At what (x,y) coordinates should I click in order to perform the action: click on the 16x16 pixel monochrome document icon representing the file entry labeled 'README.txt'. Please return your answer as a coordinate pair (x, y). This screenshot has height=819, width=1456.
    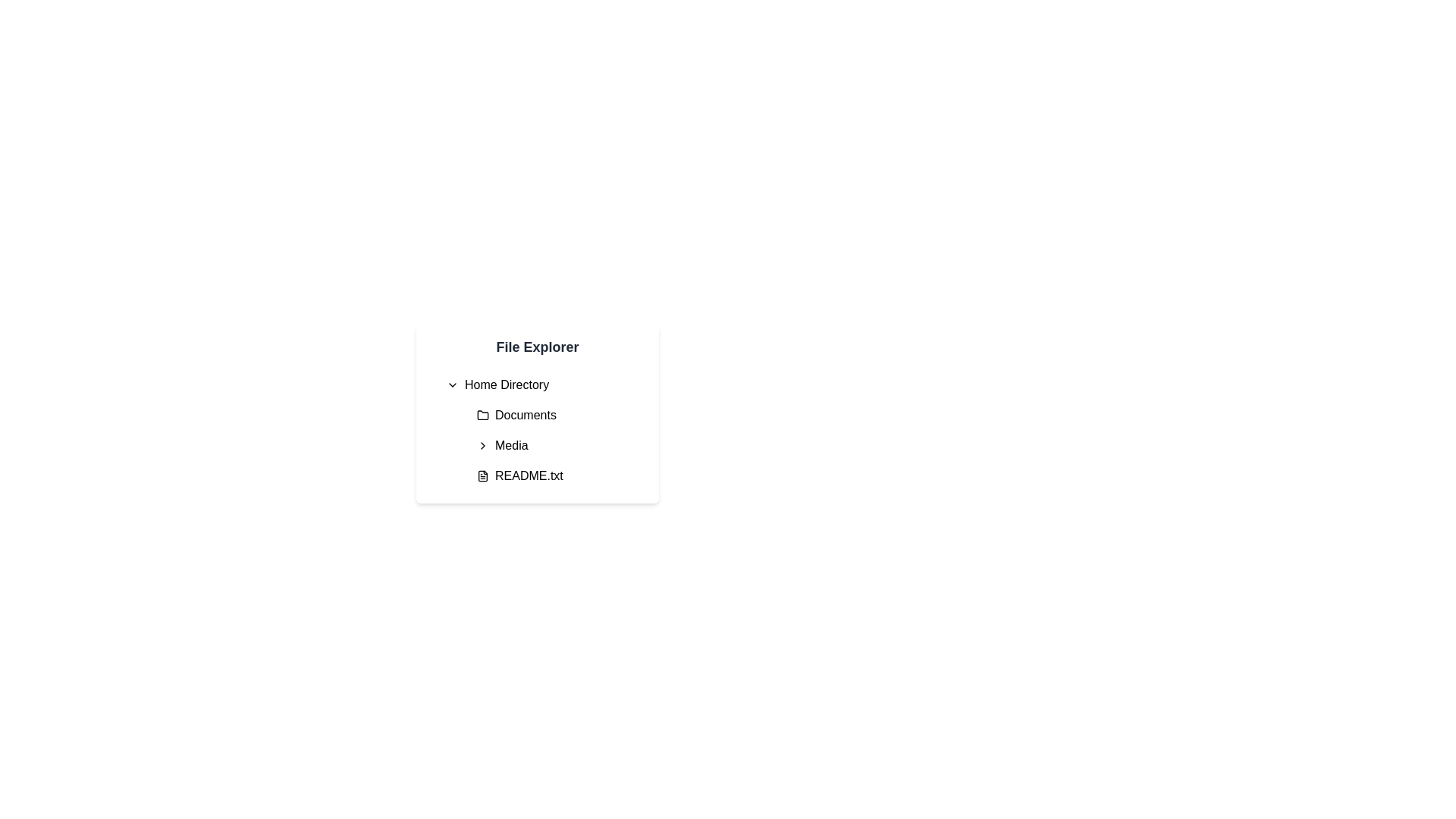
    Looking at the image, I should click on (482, 475).